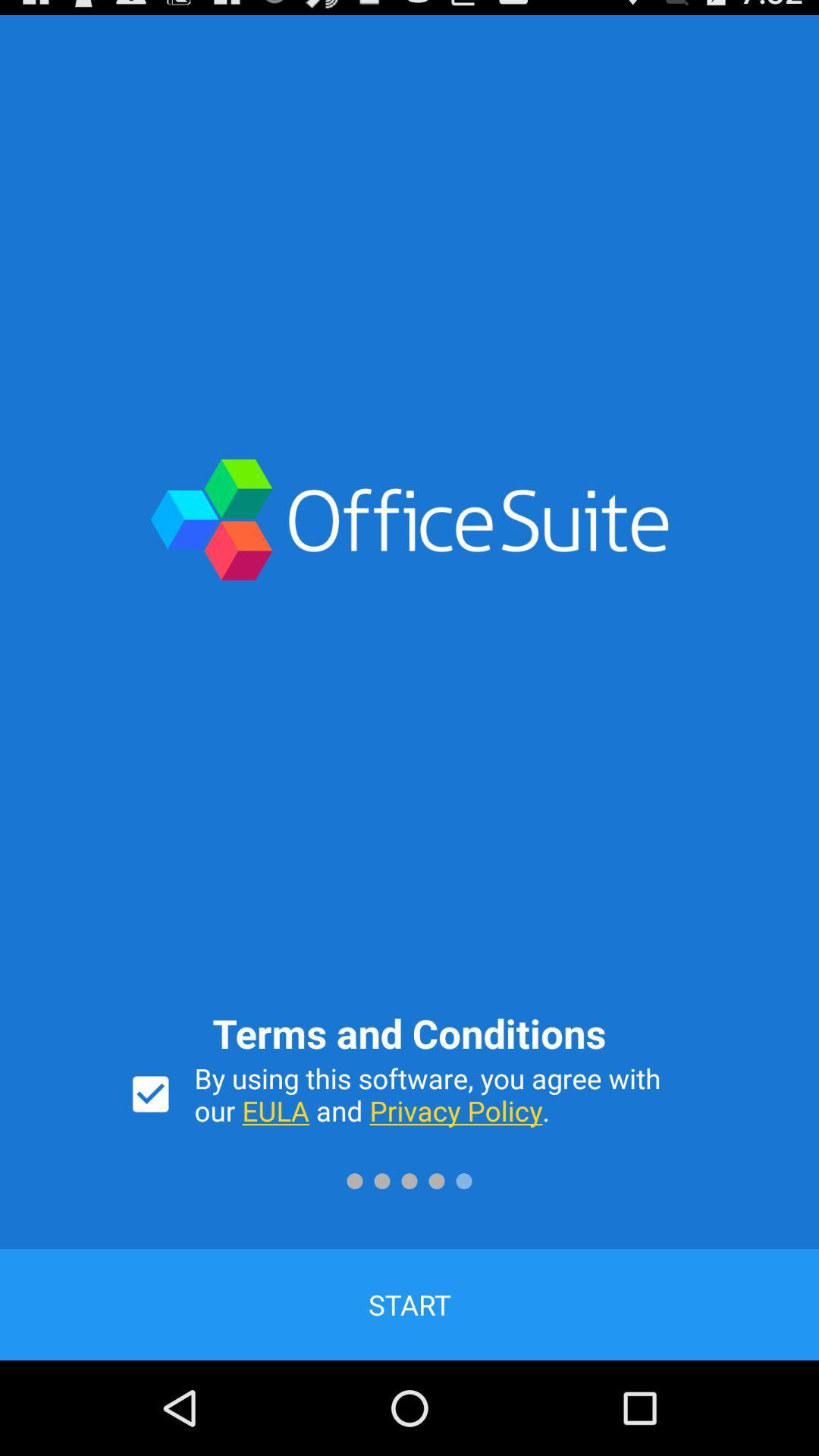 This screenshot has height=1456, width=819. What do you see at coordinates (150, 1094) in the screenshot?
I see `agree to terms and conditions` at bounding box center [150, 1094].